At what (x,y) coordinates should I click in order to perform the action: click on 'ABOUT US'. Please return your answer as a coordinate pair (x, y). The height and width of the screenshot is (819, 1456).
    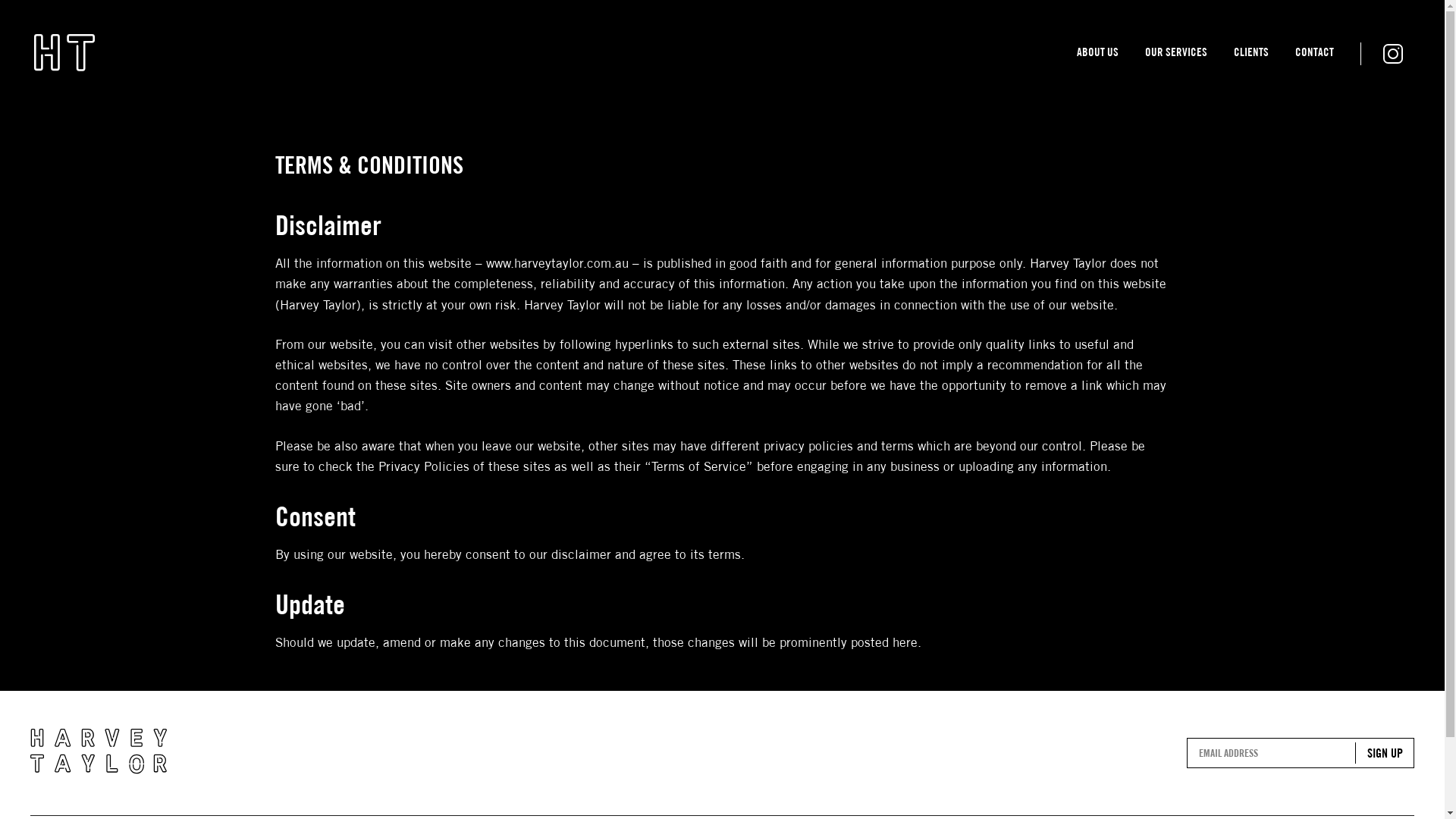
    Looking at the image, I should click on (1097, 55).